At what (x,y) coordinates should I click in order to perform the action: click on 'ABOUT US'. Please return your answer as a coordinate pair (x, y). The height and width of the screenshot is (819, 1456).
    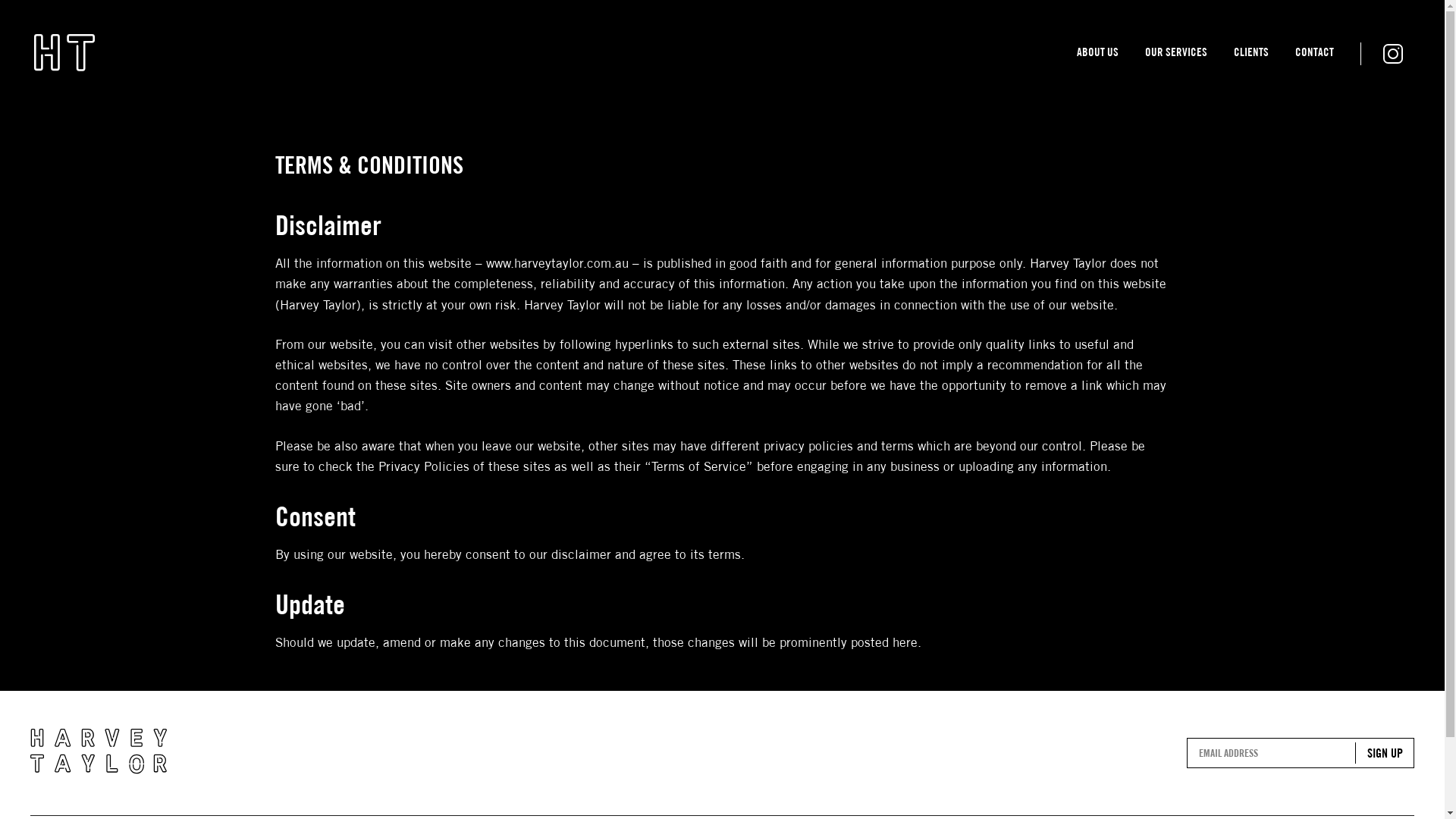
    Looking at the image, I should click on (1097, 55).